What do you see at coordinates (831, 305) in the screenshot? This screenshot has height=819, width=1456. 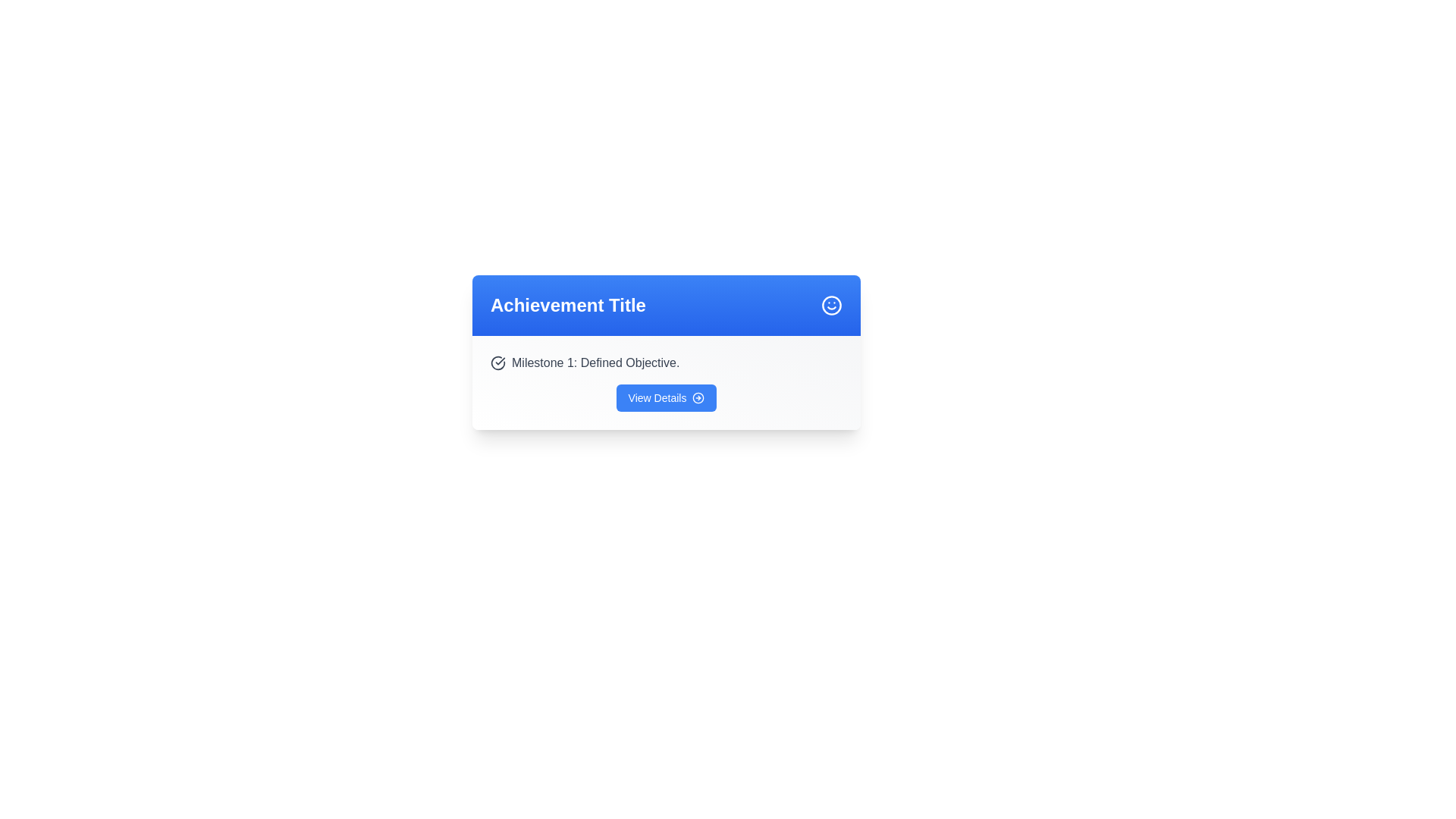 I see `the blue circular shape that forms the outer boundary of the smiley face icon, located near the top-right corner of the blue header section containing the title 'Achievement Title'` at bounding box center [831, 305].